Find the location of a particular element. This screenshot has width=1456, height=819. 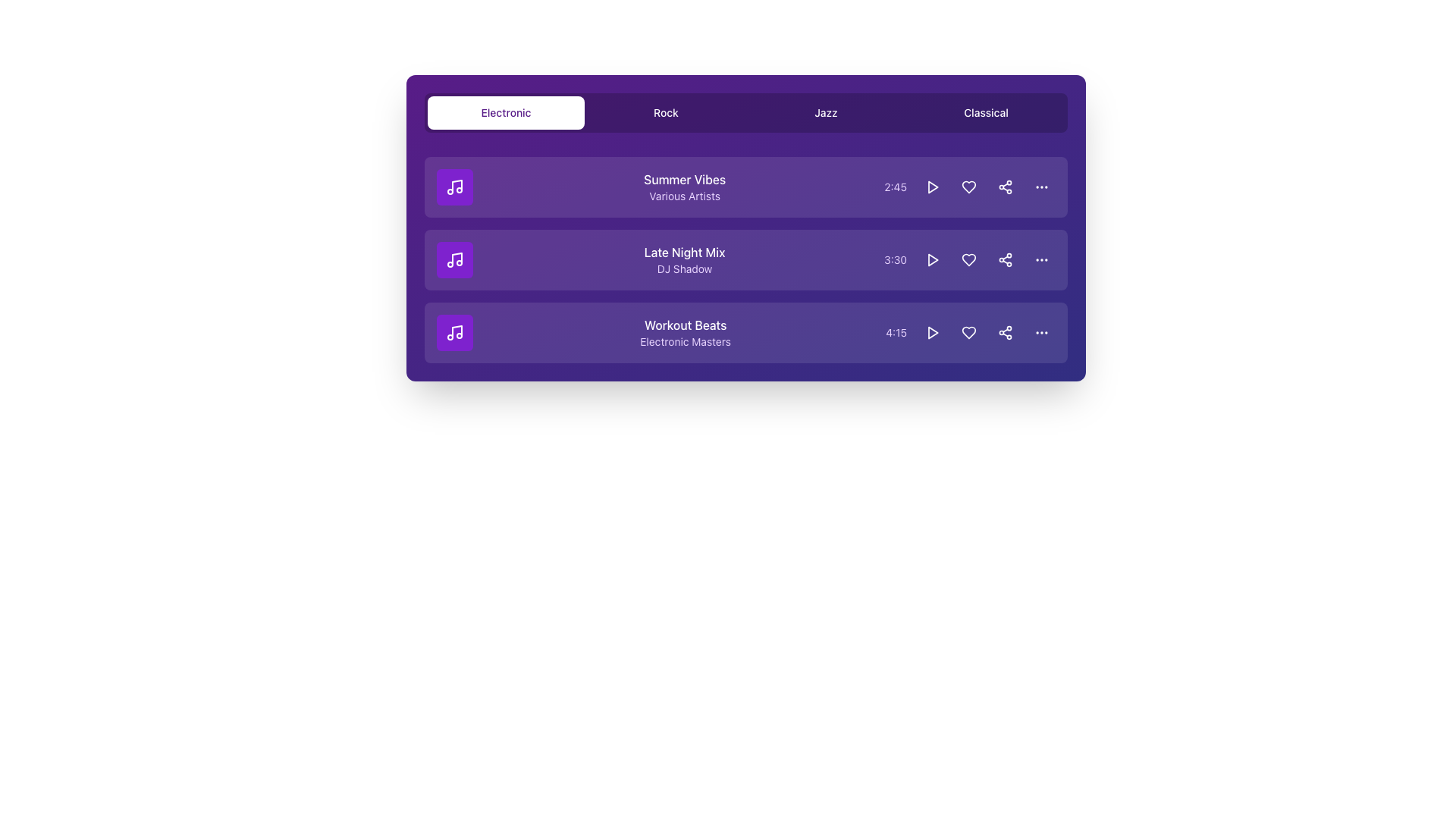

the circular 'share' button with a purple background and a 'share' icon consisting of three interconnected circles is located at coordinates (1005, 186).